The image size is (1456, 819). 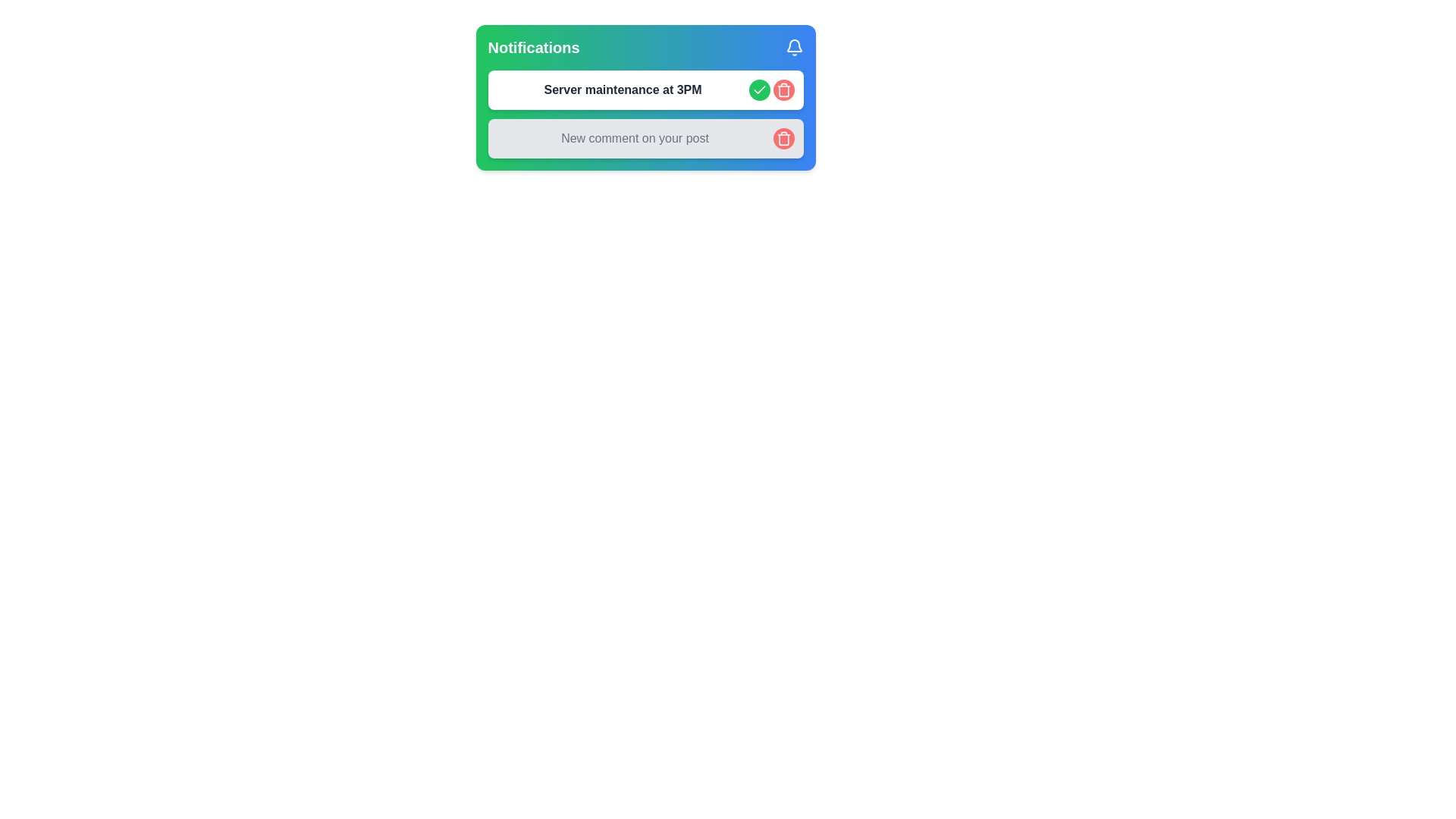 I want to click on the Text Label that provides information about server maintenance, located at the top-left portion of the notification card under the 'Notifications' header, so click(x=623, y=90).